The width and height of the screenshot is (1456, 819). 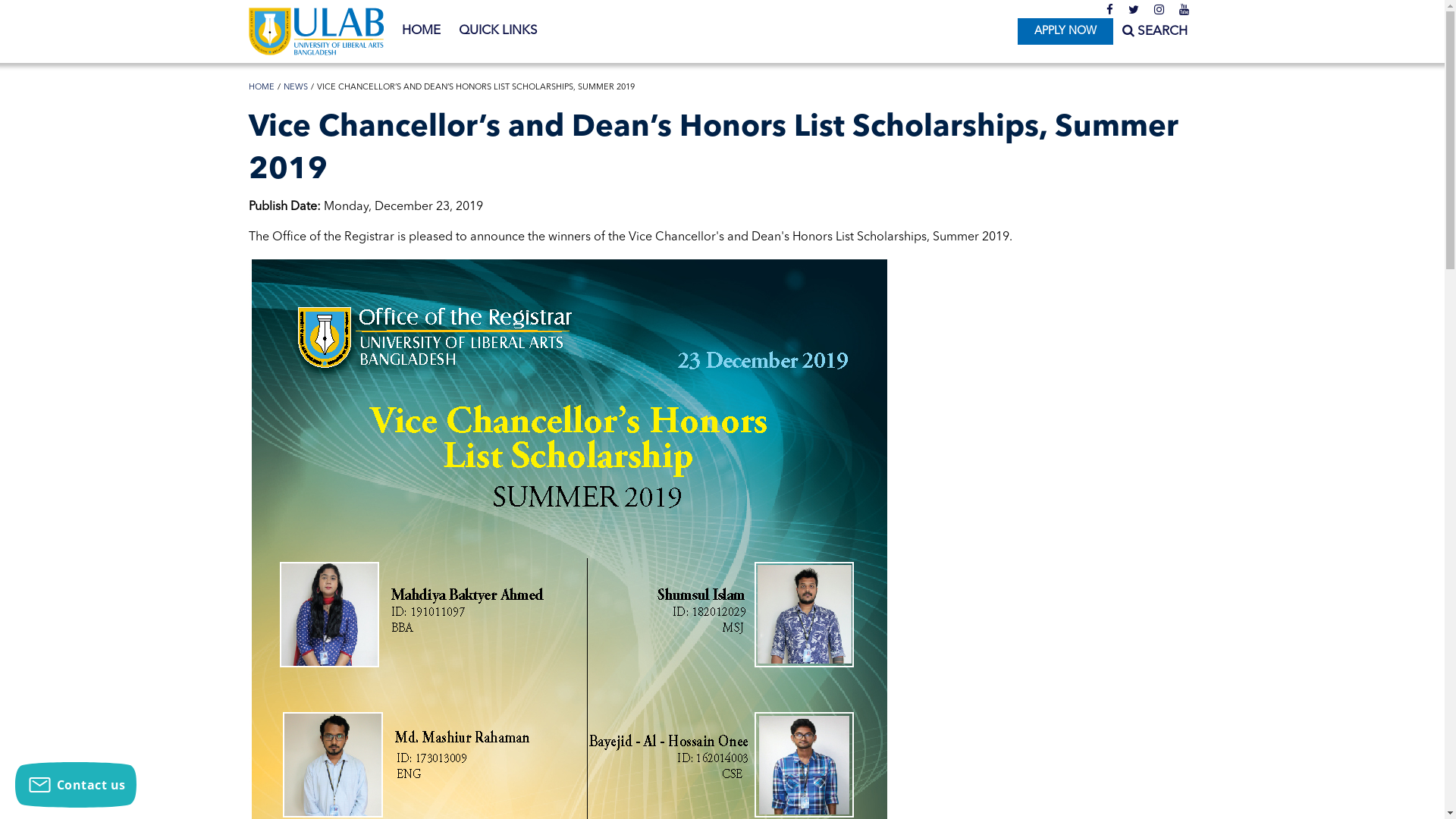 I want to click on 'QUICK LINKS', so click(x=497, y=31).